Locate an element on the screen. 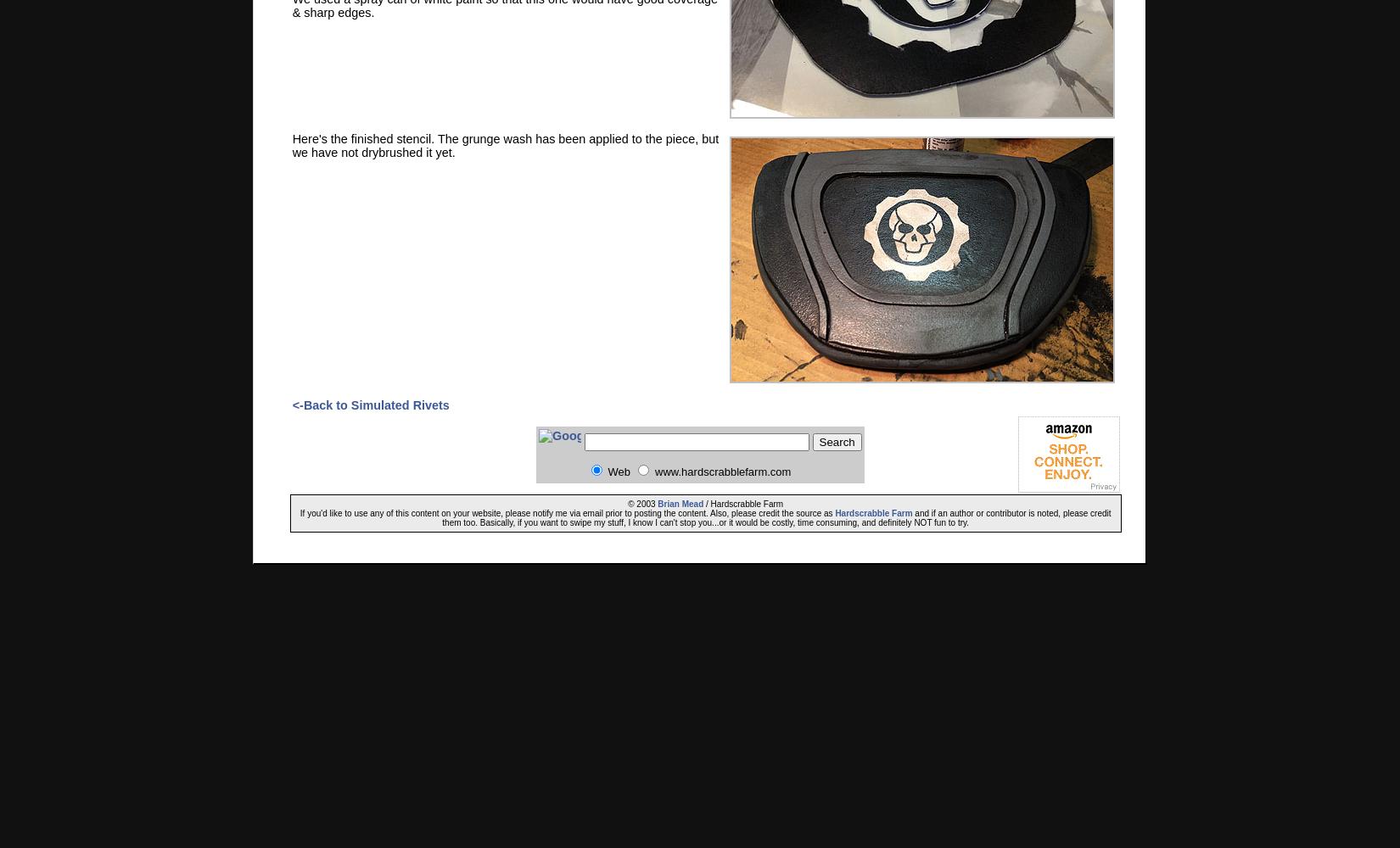  'Brian
      Mead' is located at coordinates (654, 503).